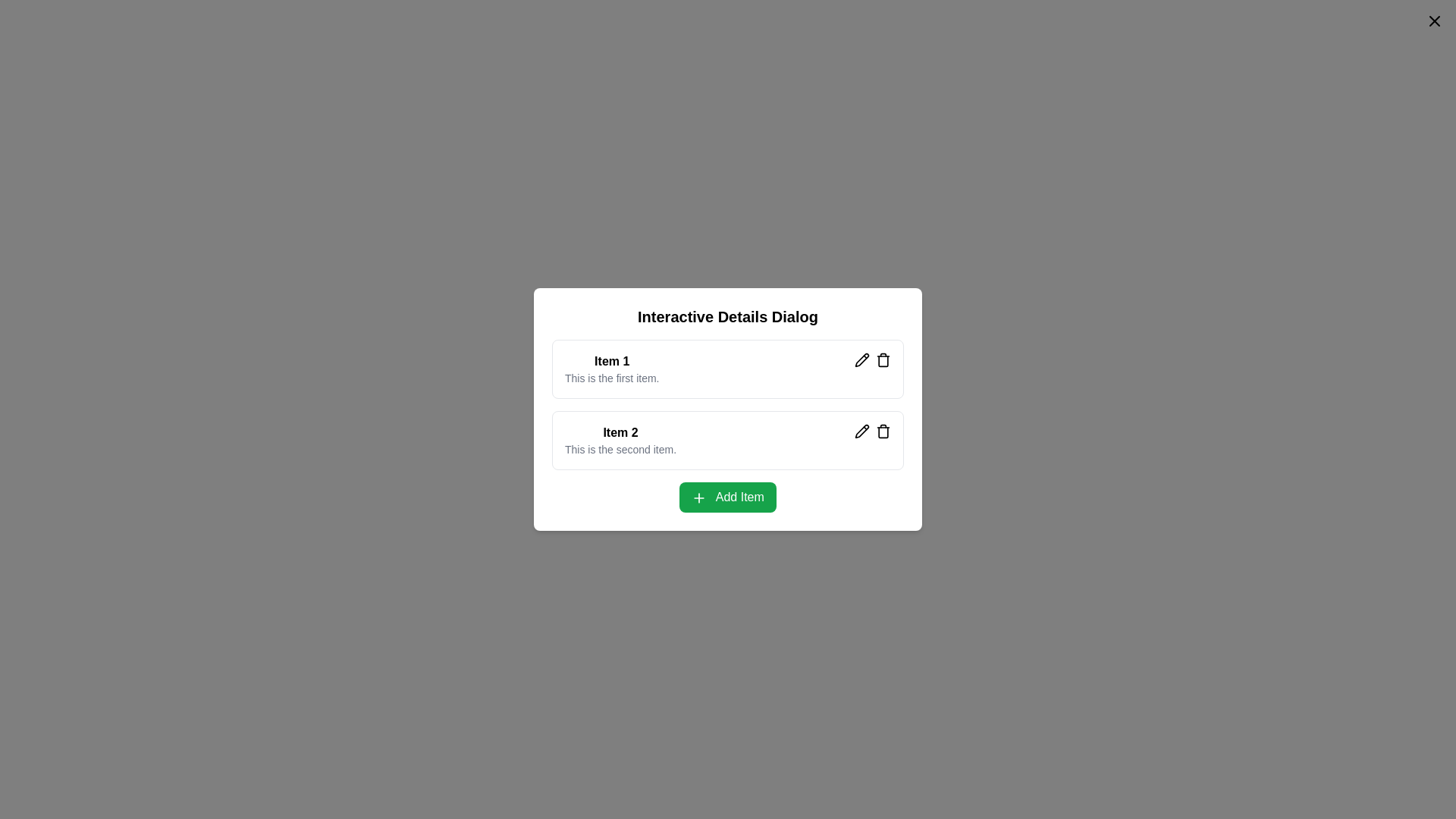  Describe the element at coordinates (620, 441) in the screenshot. I see `the informational text block that displays the title and description of the second item in a stacked list, positioned below the block titled 'Item 1'` at that location.